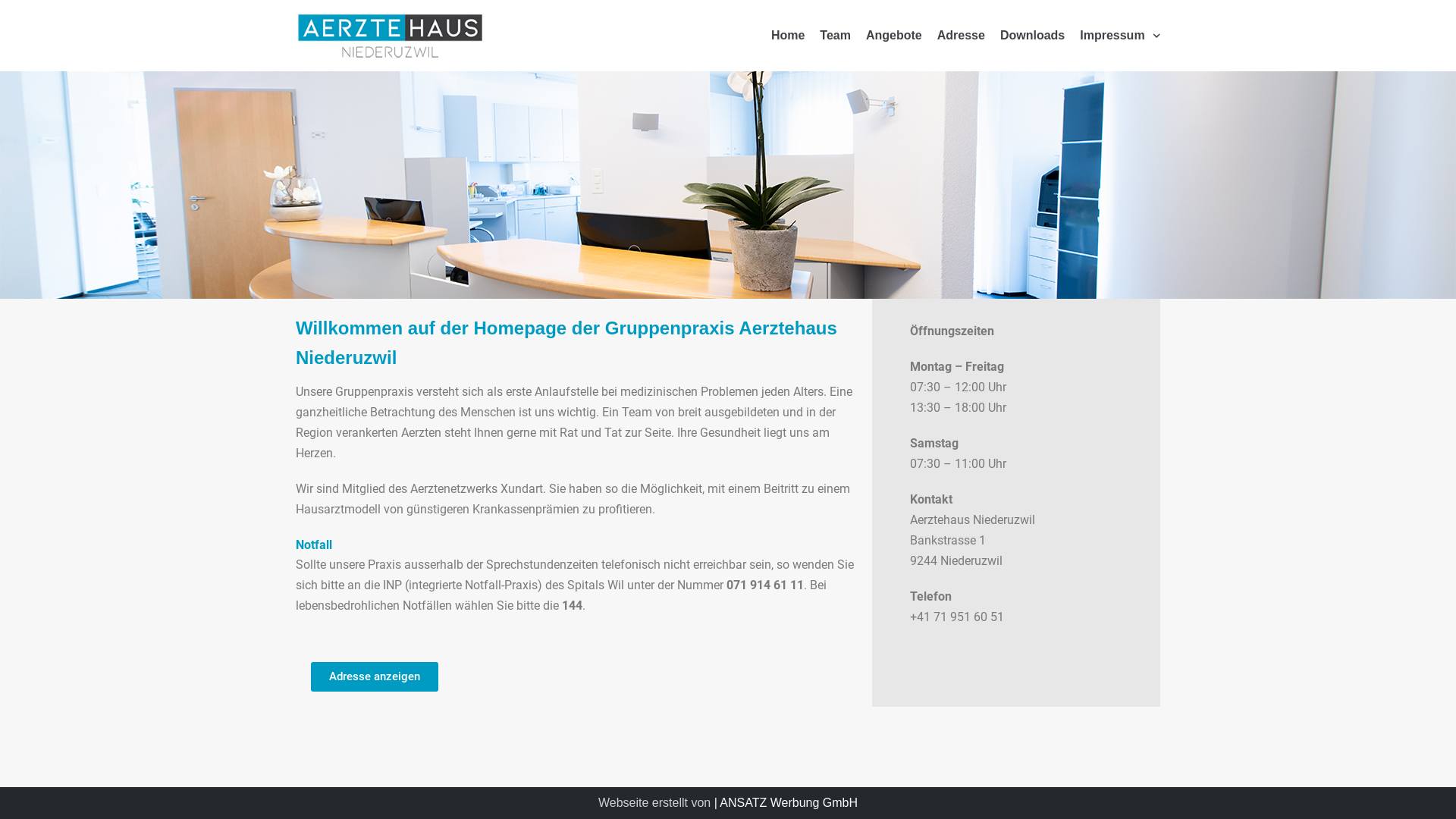  I want to click on 'Angebote', so click(894, 35).